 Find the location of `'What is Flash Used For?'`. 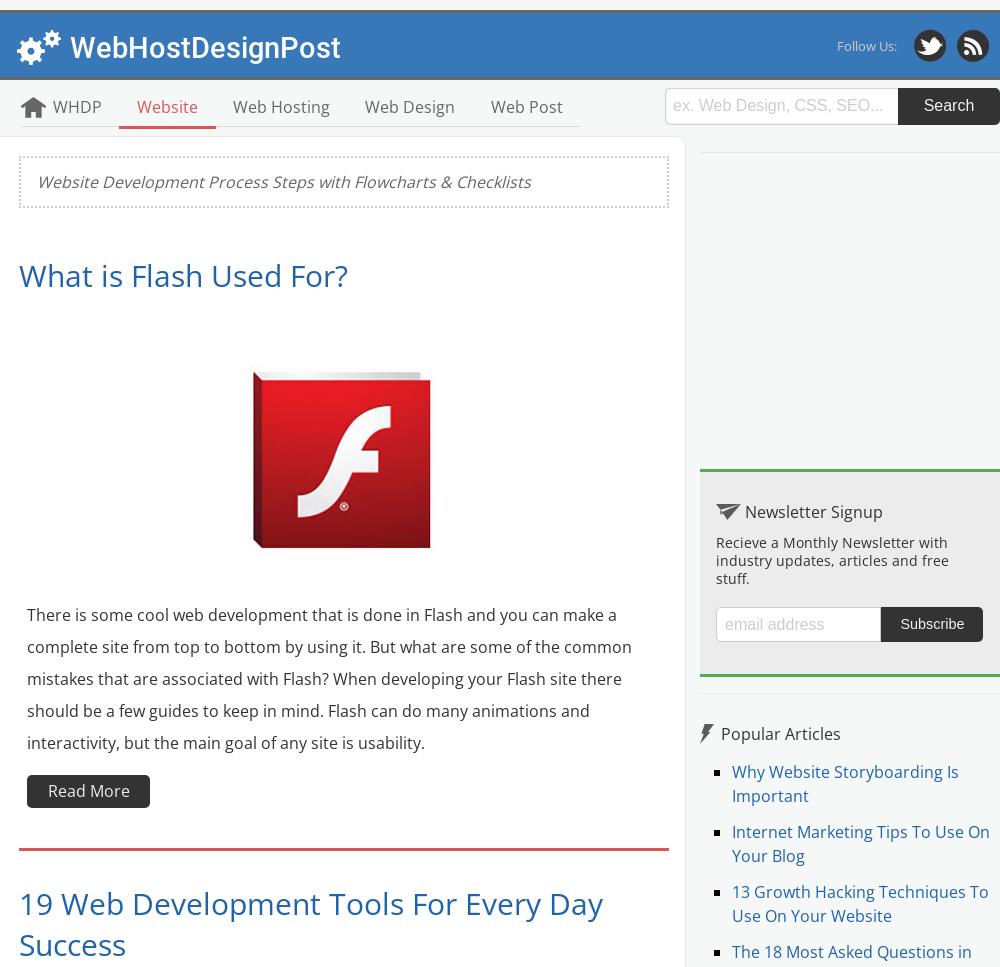

'What is Flash Used For?' is located at coordinates (183, 274).